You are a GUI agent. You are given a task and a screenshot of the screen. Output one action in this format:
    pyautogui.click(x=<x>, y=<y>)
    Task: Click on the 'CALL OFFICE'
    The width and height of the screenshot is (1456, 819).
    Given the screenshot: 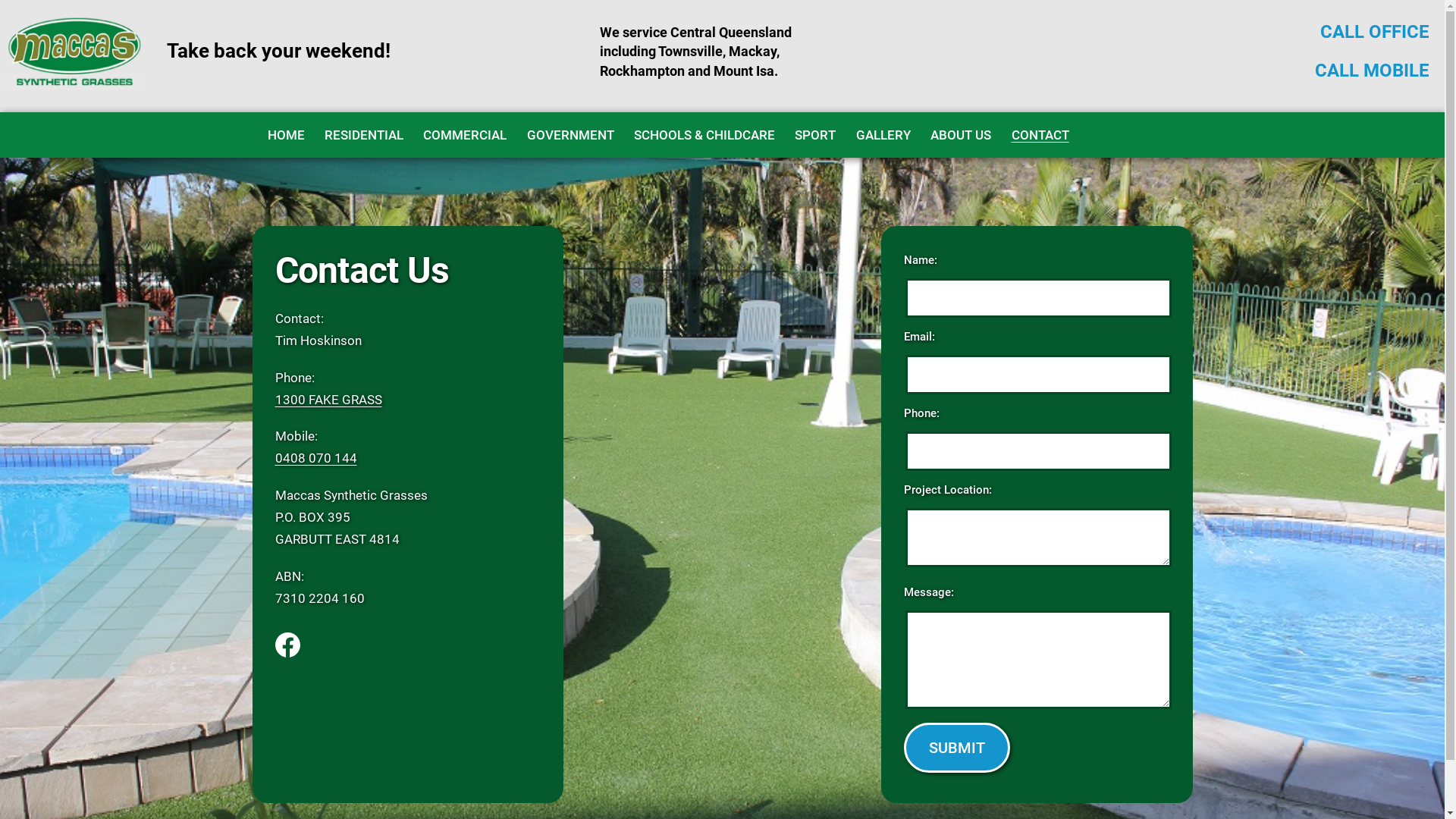 What is the action you would take?
    pyautogui.click(x=1375, y=32)
    